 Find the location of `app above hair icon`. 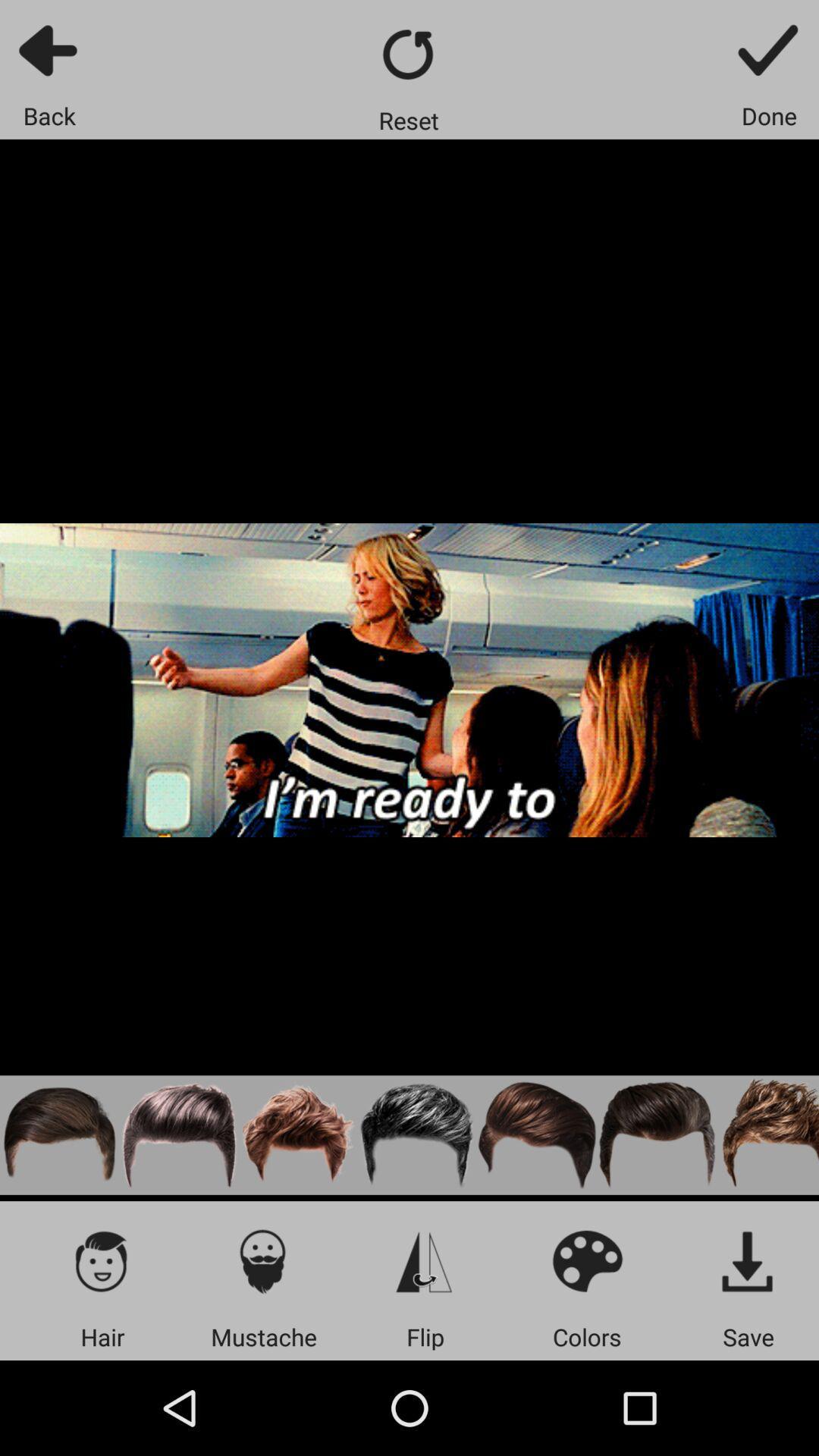

app above hair icon is located at coordinates (102, 1260).